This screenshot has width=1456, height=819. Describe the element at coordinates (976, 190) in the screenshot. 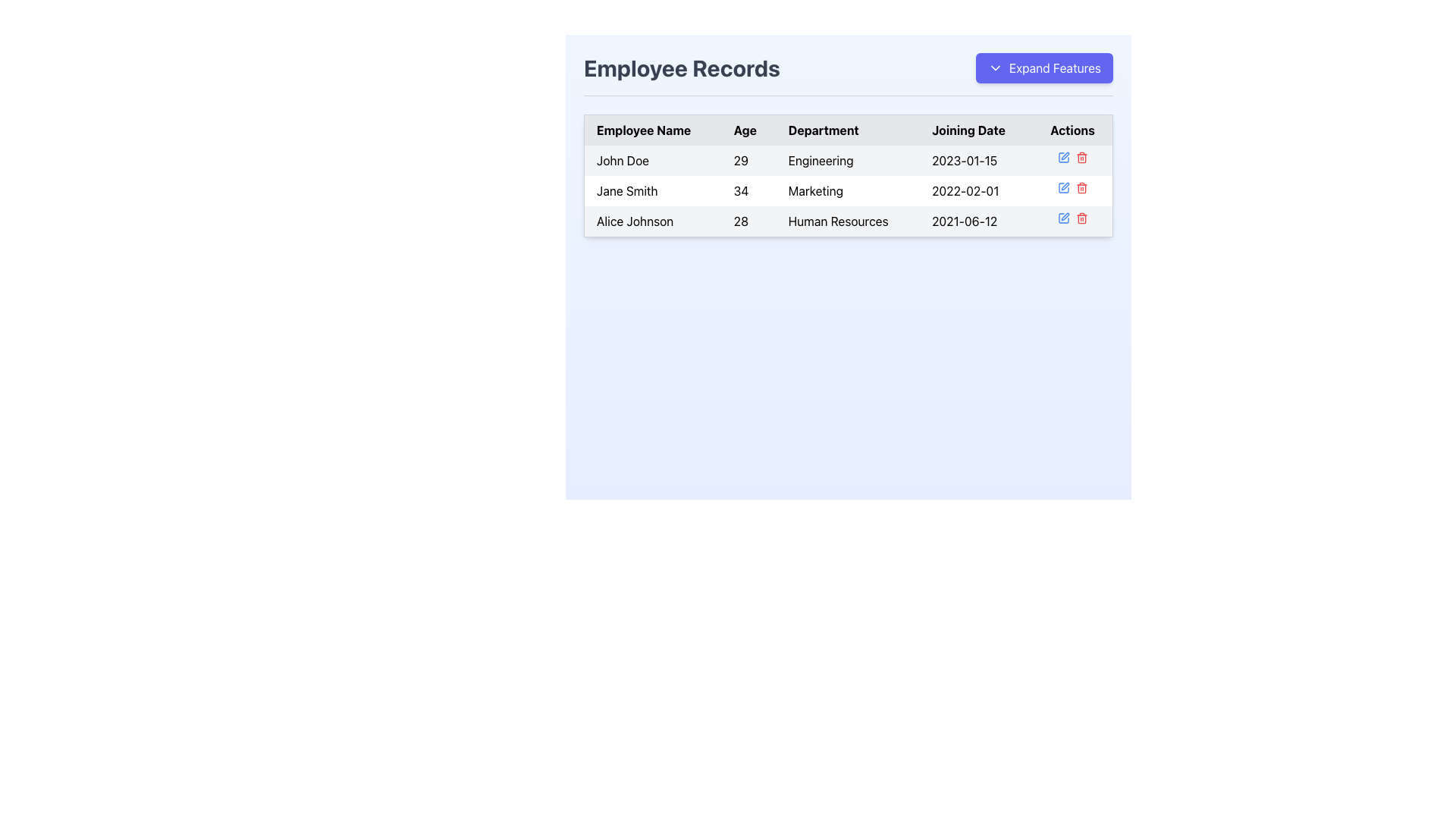

I see `the non-interactive text element displaying the joining date of employee 'Jane Smith' in the 'Employee Records' section, located in the 'Joining Date' column of the table` at that location.